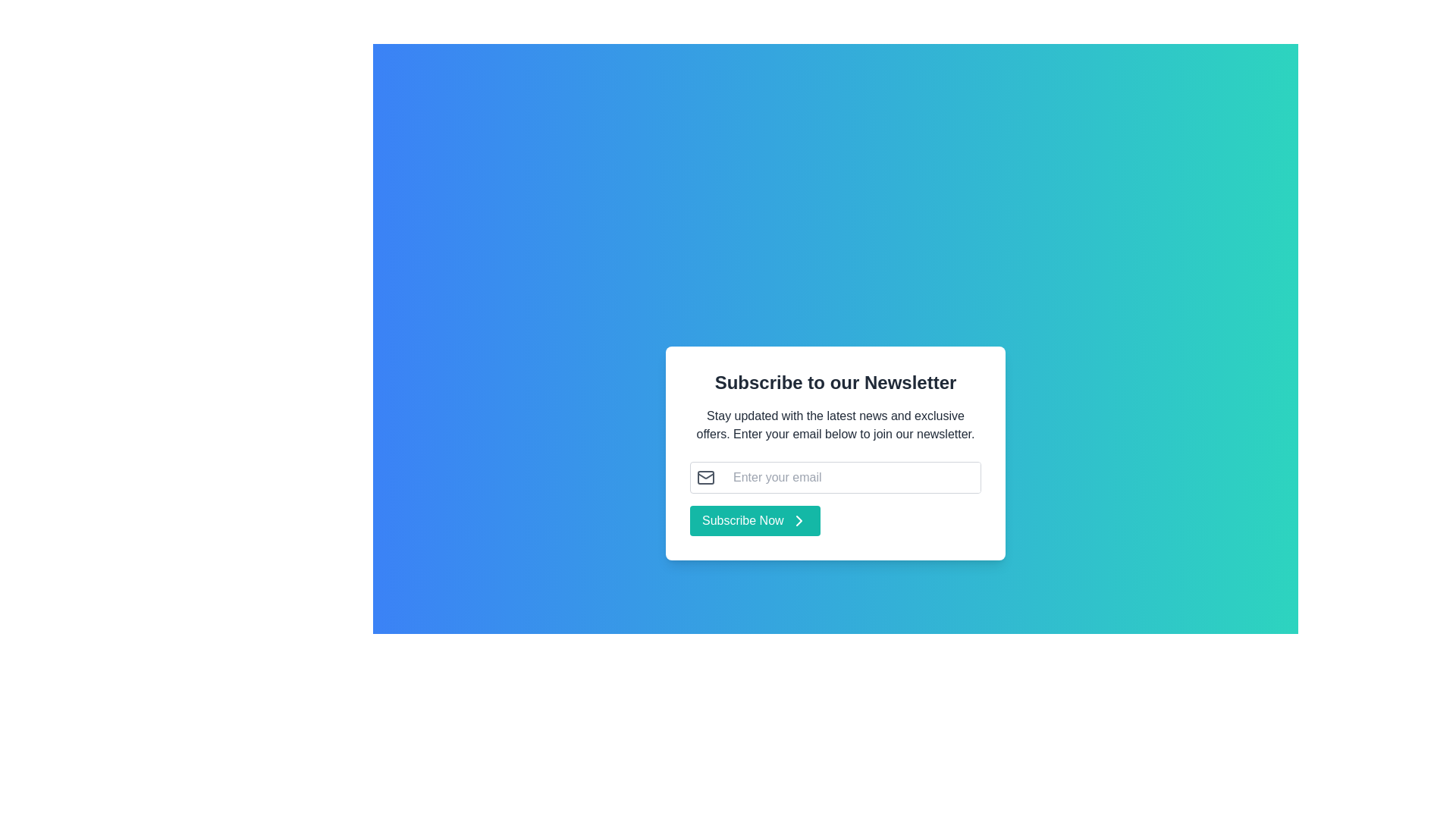 Image resolution: width=1456 pixels, height=819 pixels. What do you see at coordinates (755, 519) in the screenshot?
I see `the subscription submission button located in the bottom right quarter of the subscription card` at bounding box center [755, 519].